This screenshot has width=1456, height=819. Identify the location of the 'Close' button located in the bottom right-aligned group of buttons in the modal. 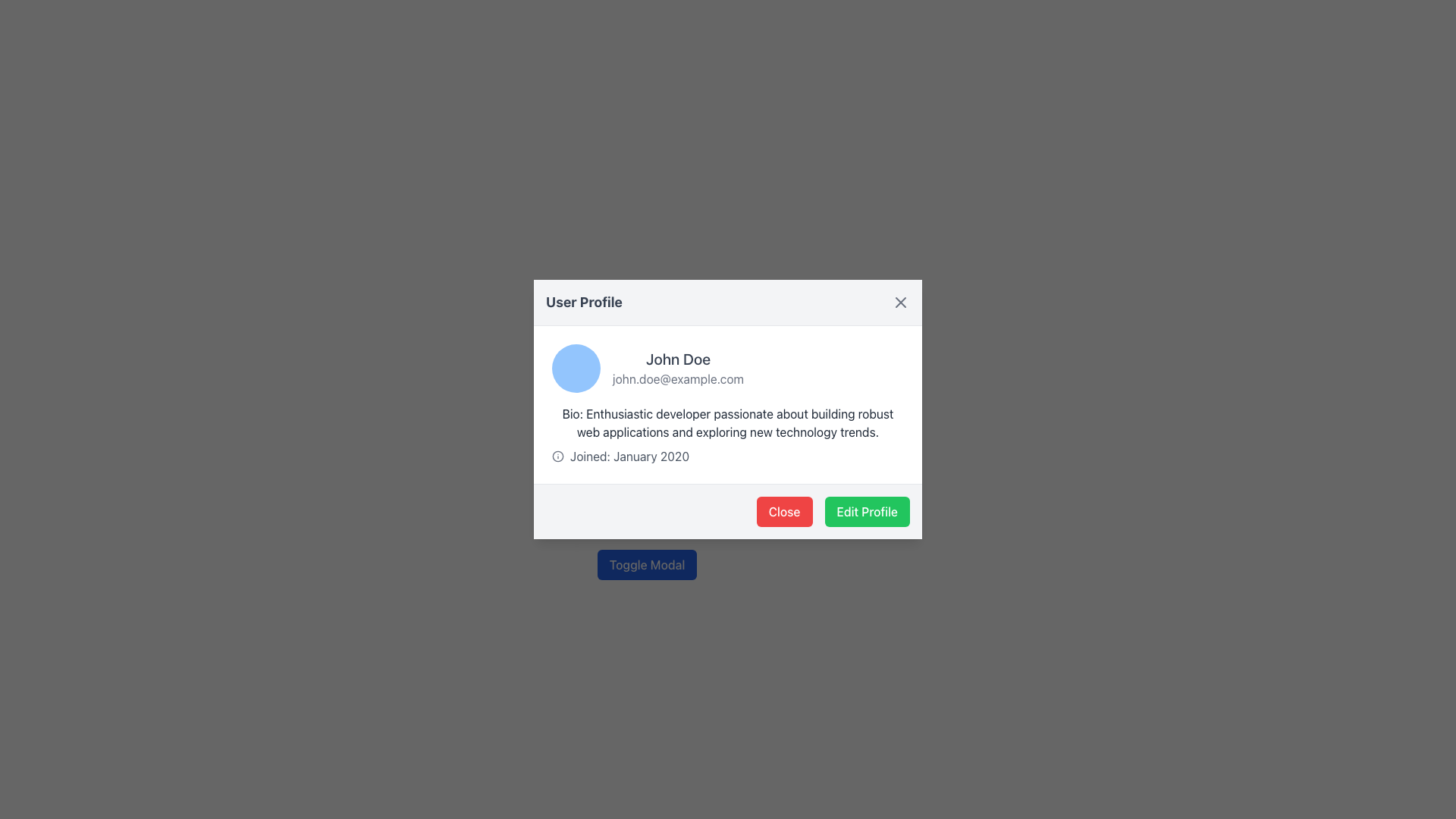
(784, 512).